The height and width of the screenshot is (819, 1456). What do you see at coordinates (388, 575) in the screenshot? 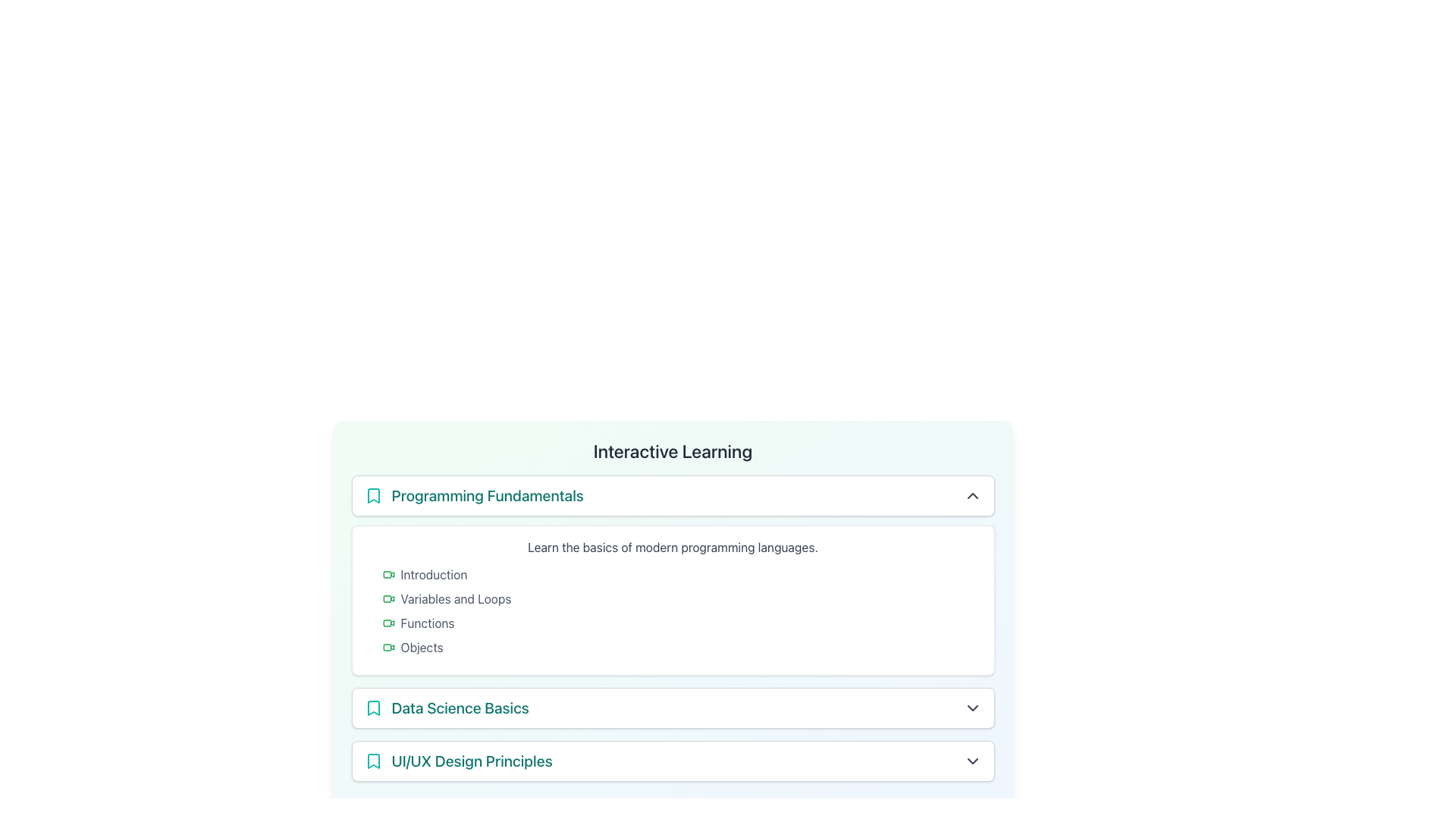
I see `the small, green video icon with a rounded border located to the immediate left of the 'Introduction' text in the 'Programming Fundamentals' section` at bounding box center [388, 575].